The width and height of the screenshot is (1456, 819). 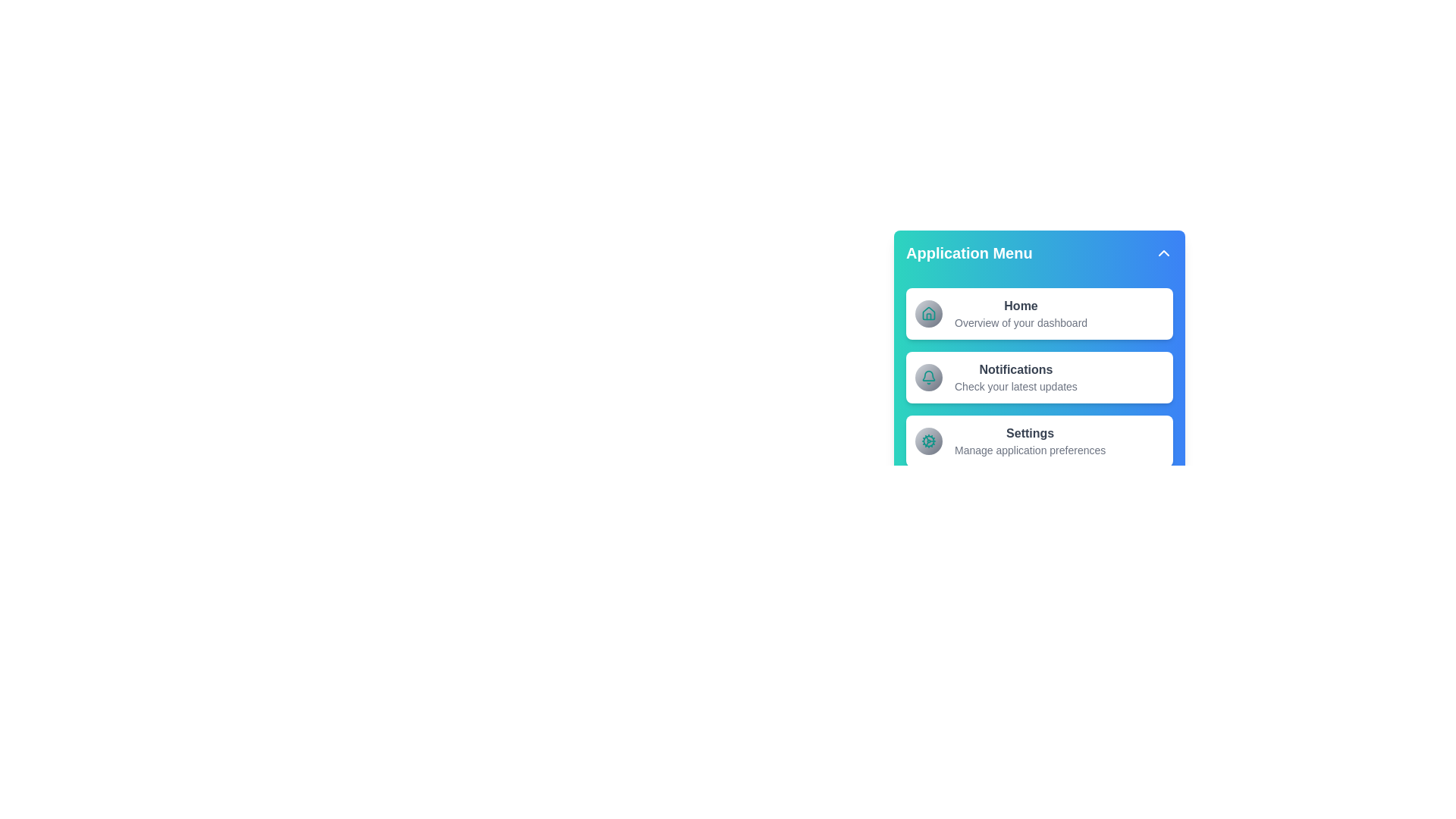 What do you see at coordinates (953, 433) in the screenshot?
I see `the menu item Settings and read its description` at bounding box center [953, 433].